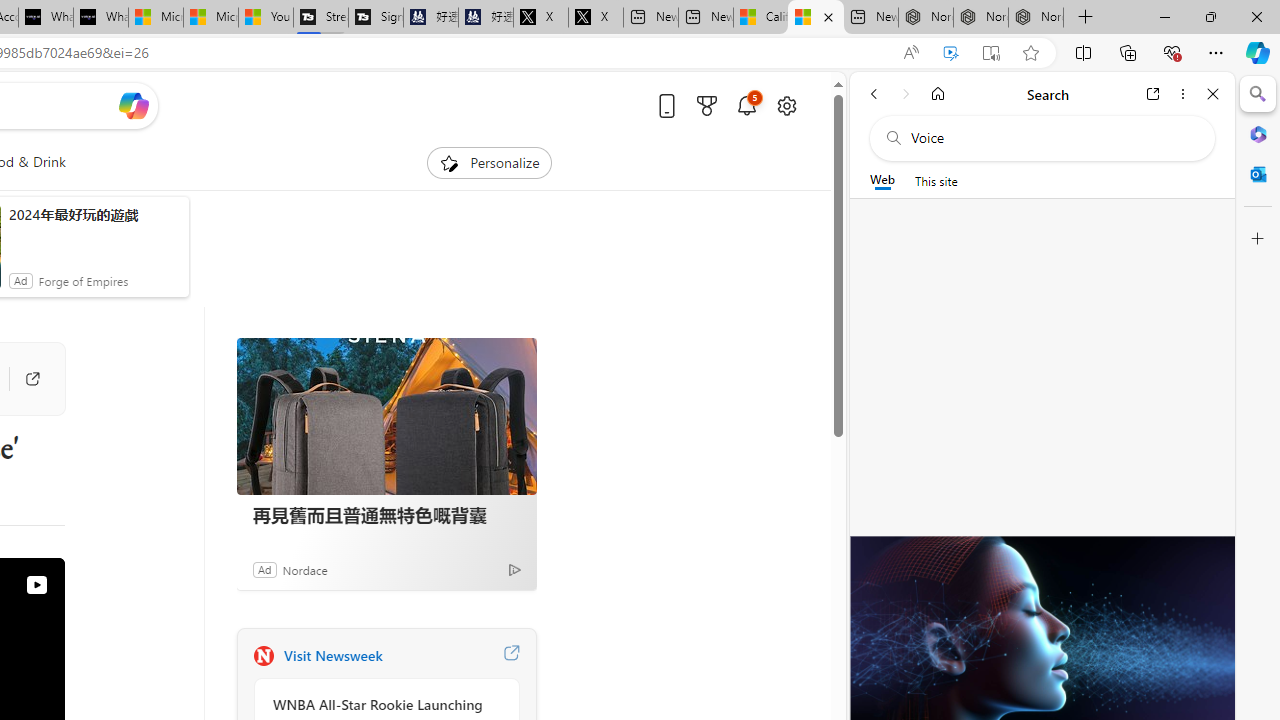 Image resolution: width=1280 pixels, height=720 pixels. Describe the element at coordinates (488, 162) in the screenshot. I see `'Personalize'` at that location.